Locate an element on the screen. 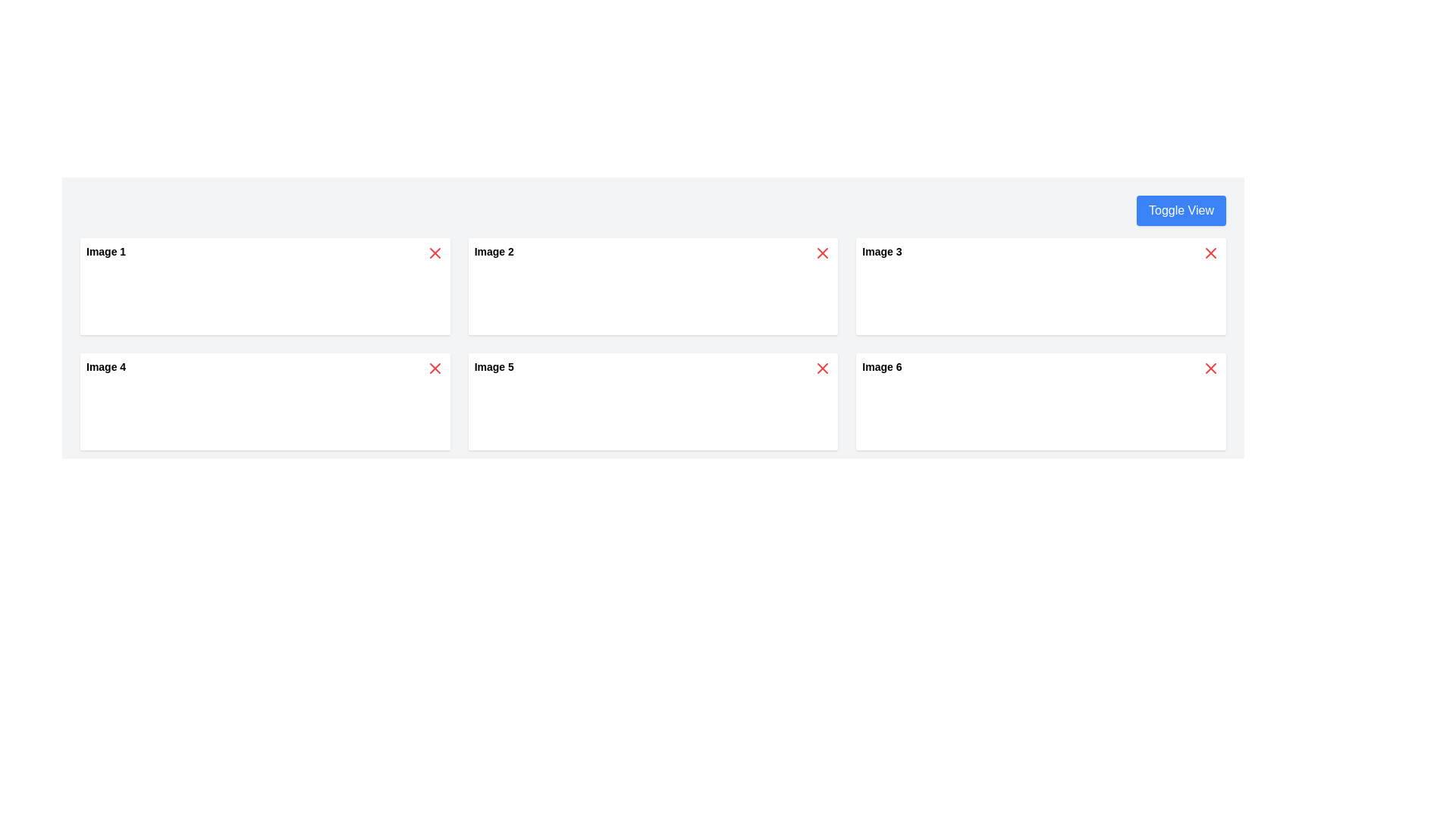  the static text label displaying 'Image 6', which is located at the top-left corner of the sixth box in a grid layout is located at coordinates (882, 366).